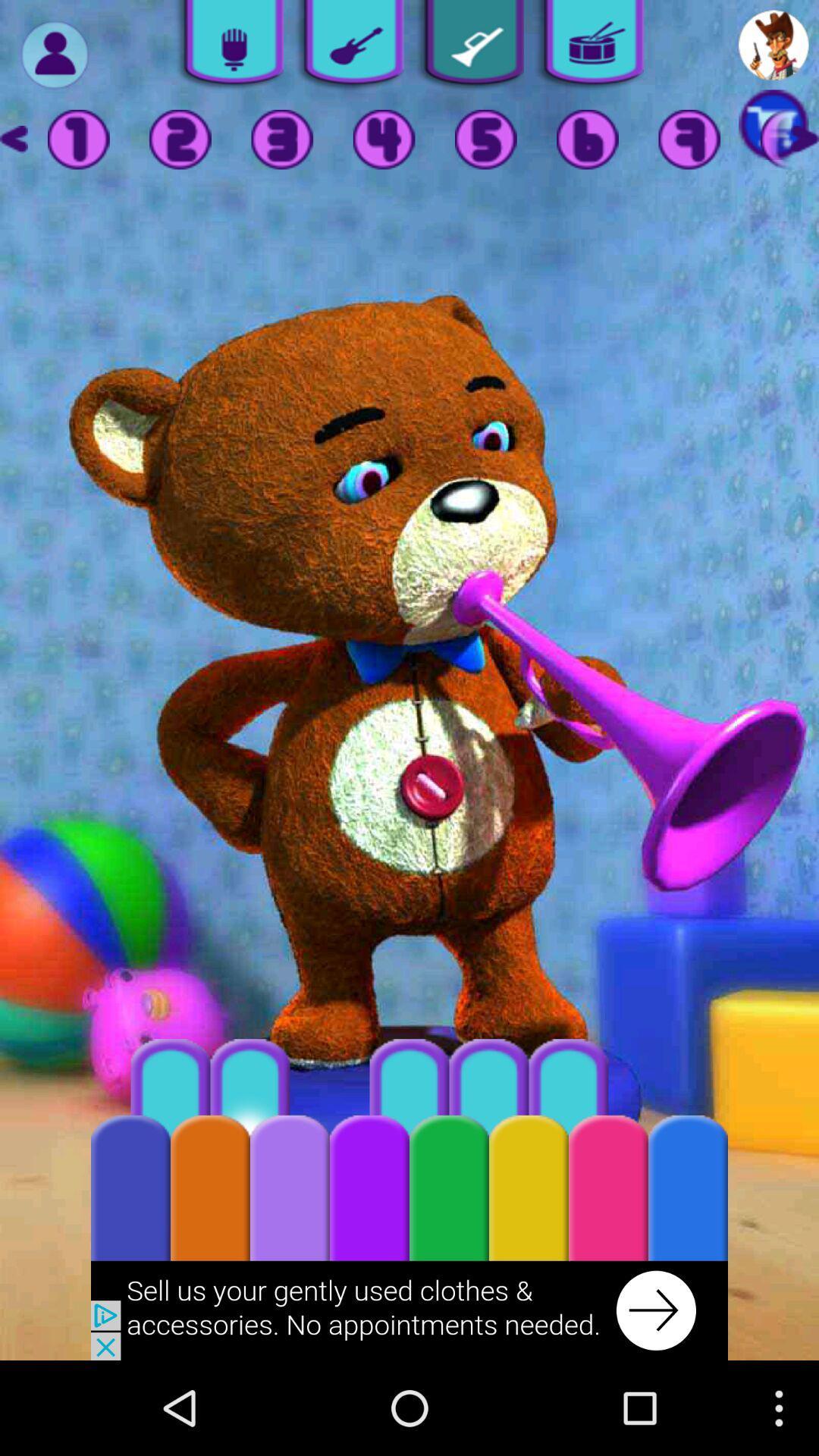  What do you see at coordinates (773, 133) in the screenshot?
I see `the cart icon` at bounding box center [773, 133].